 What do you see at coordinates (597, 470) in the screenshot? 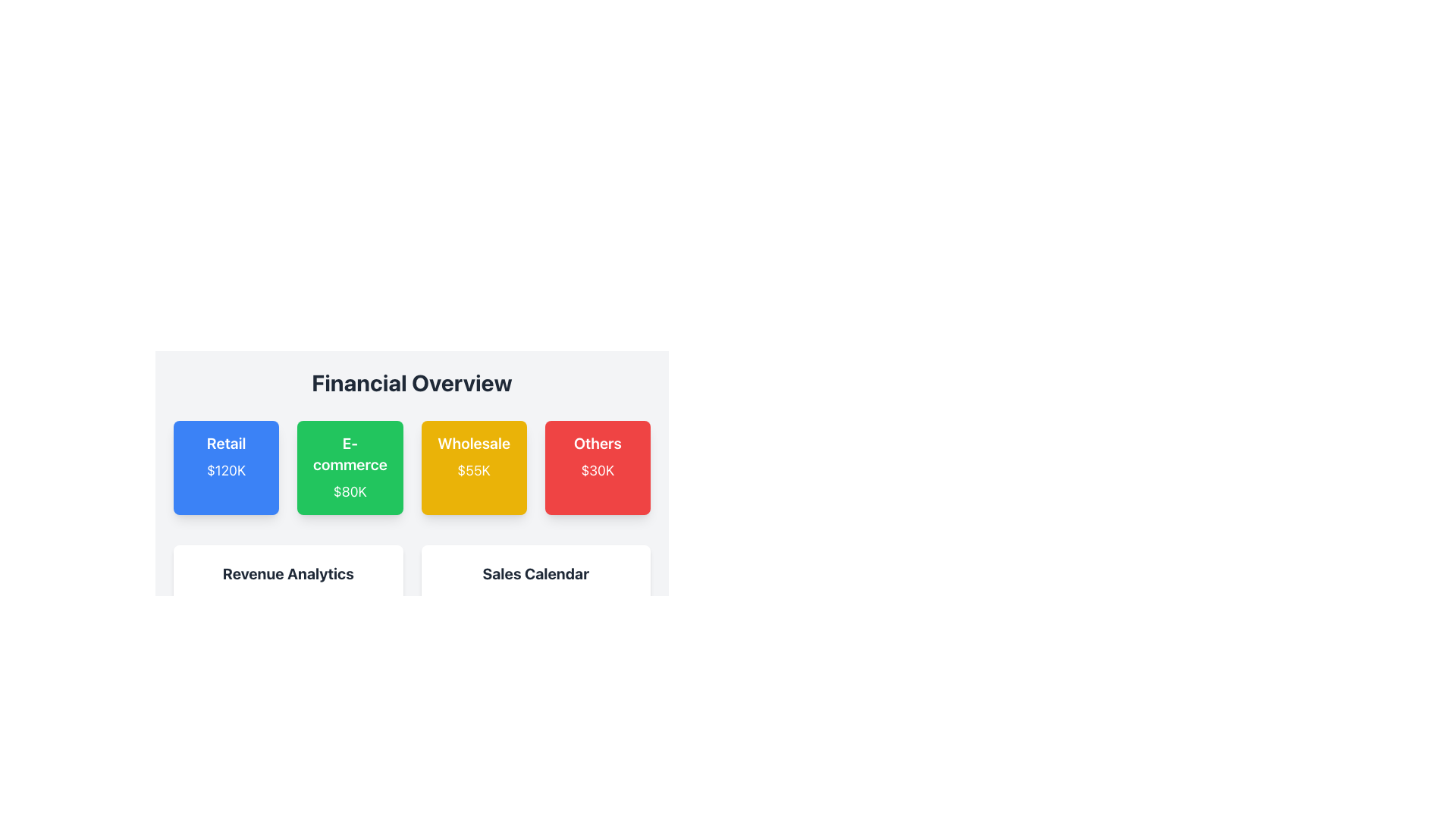
I see `the text label displaying '$30K' with a bold font on a red background, located at the bottom of the 'Others' card` at bounding box center [597, 470].